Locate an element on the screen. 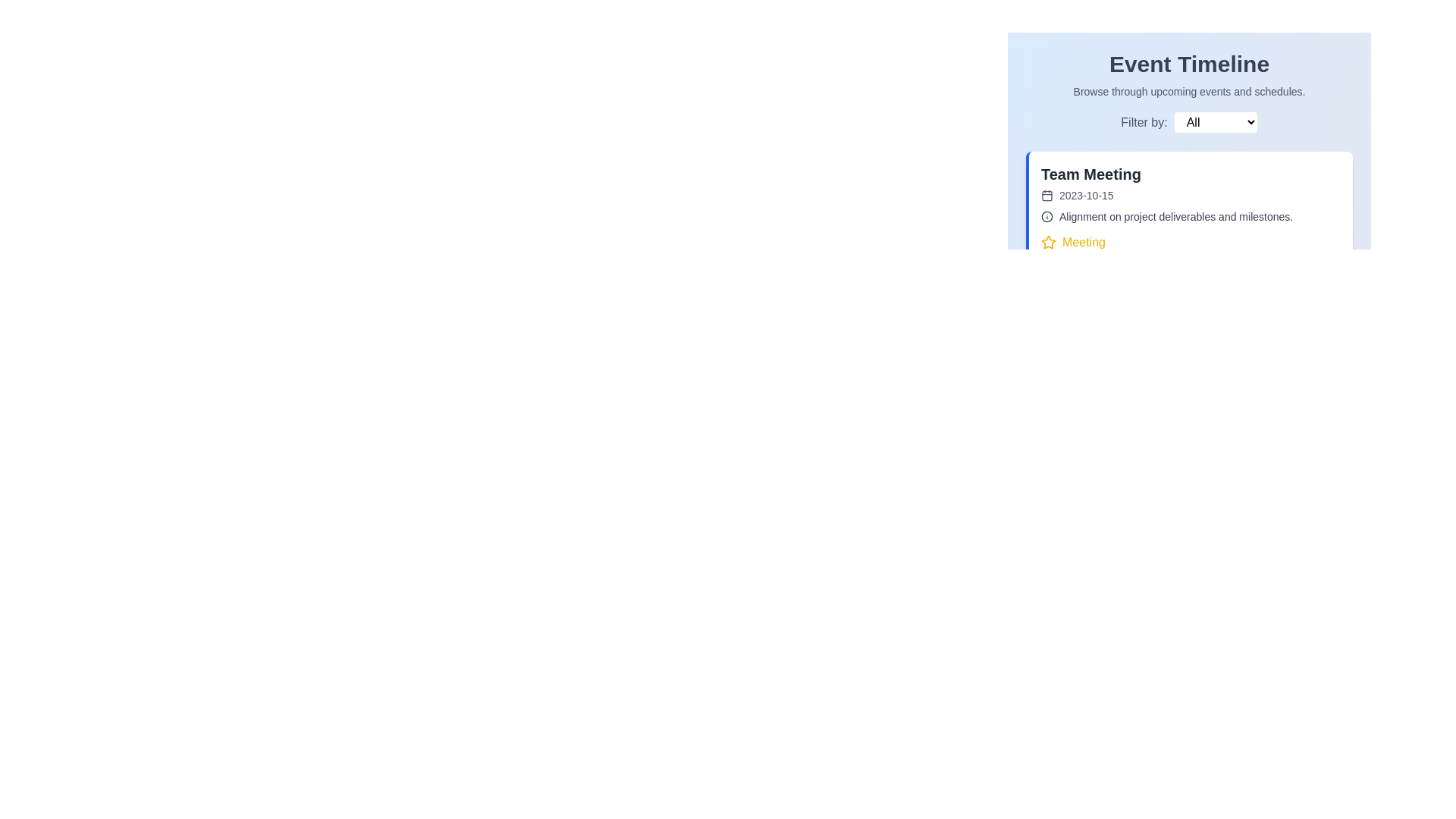 The image size is (1456, 819). the star icon located to the left of the 'Meeting' text in the section highlighting details about a 'Team Meeting' is located at coordinates (1047, 242).